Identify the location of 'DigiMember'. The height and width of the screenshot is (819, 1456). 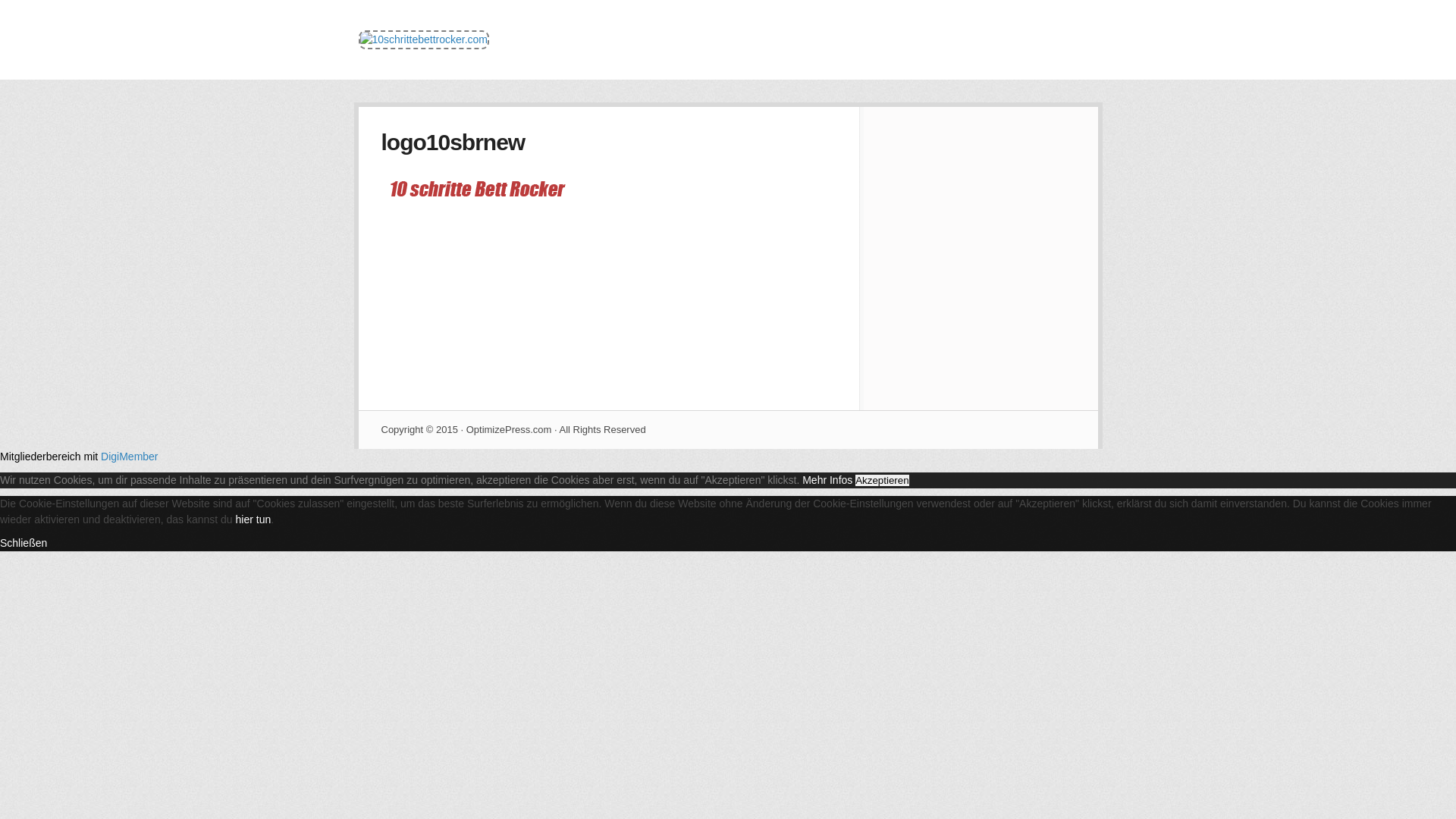
(129, 455).